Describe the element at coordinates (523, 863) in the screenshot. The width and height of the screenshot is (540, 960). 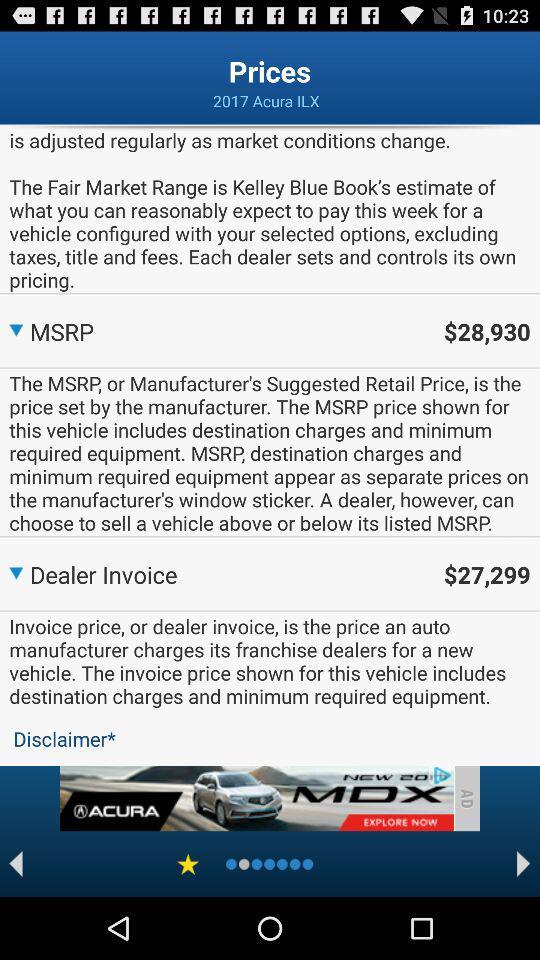
I see `next listing` at that location.